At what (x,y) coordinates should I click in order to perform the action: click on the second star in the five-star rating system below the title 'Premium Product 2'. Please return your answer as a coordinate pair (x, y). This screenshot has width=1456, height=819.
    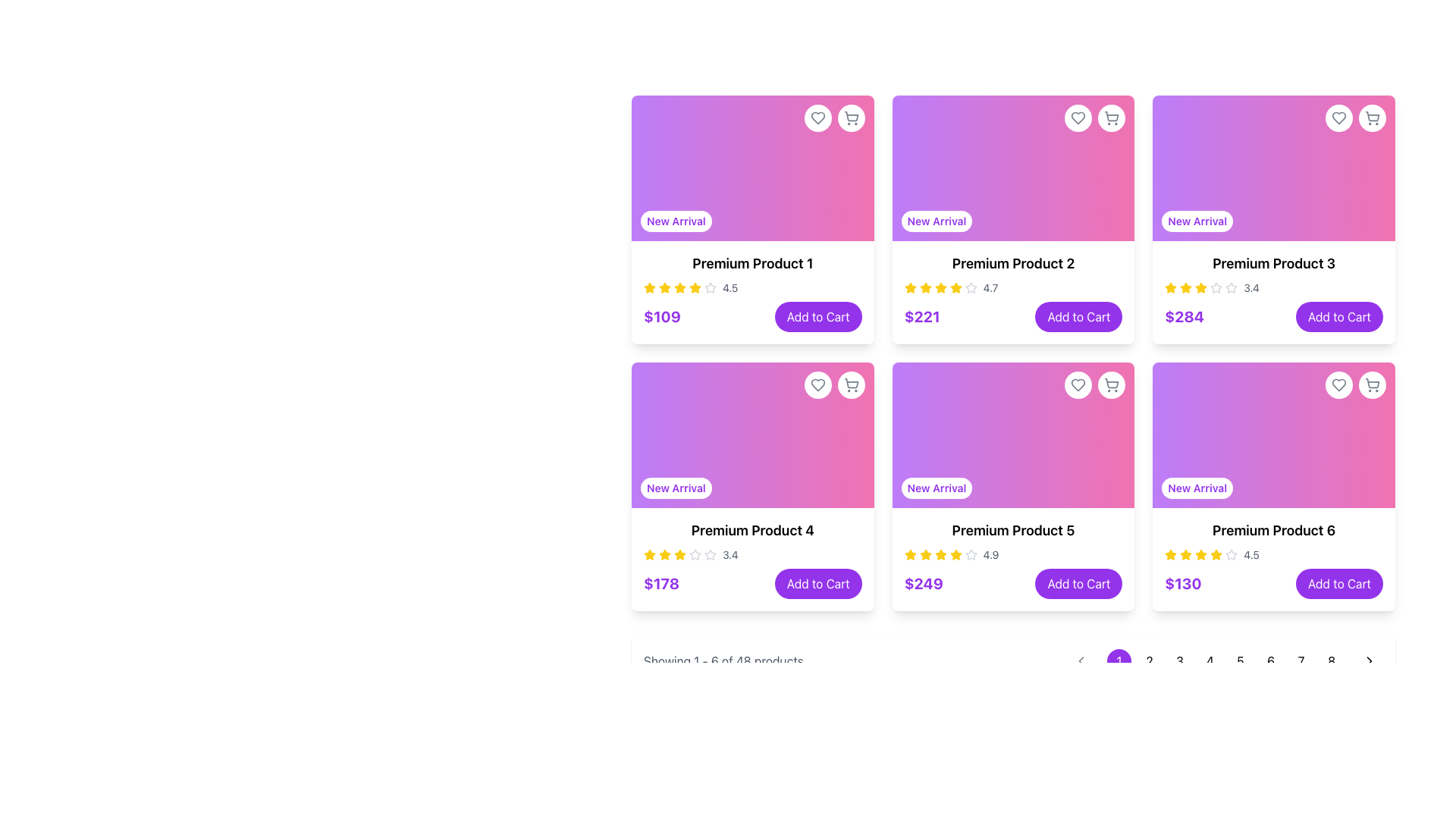
    Looking at the image, I should click on (910, 287).